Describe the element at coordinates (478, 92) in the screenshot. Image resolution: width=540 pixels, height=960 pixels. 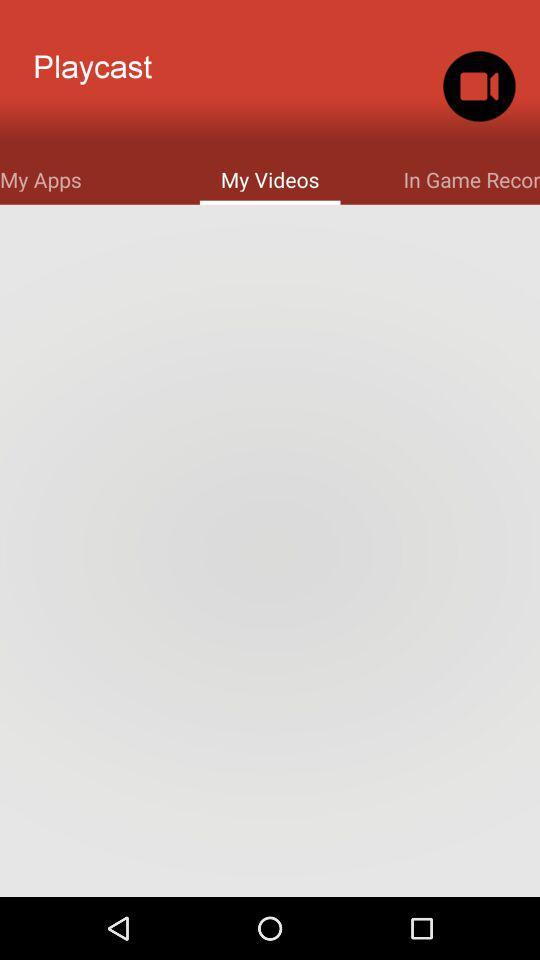
I see `the videocam icon` at that location.